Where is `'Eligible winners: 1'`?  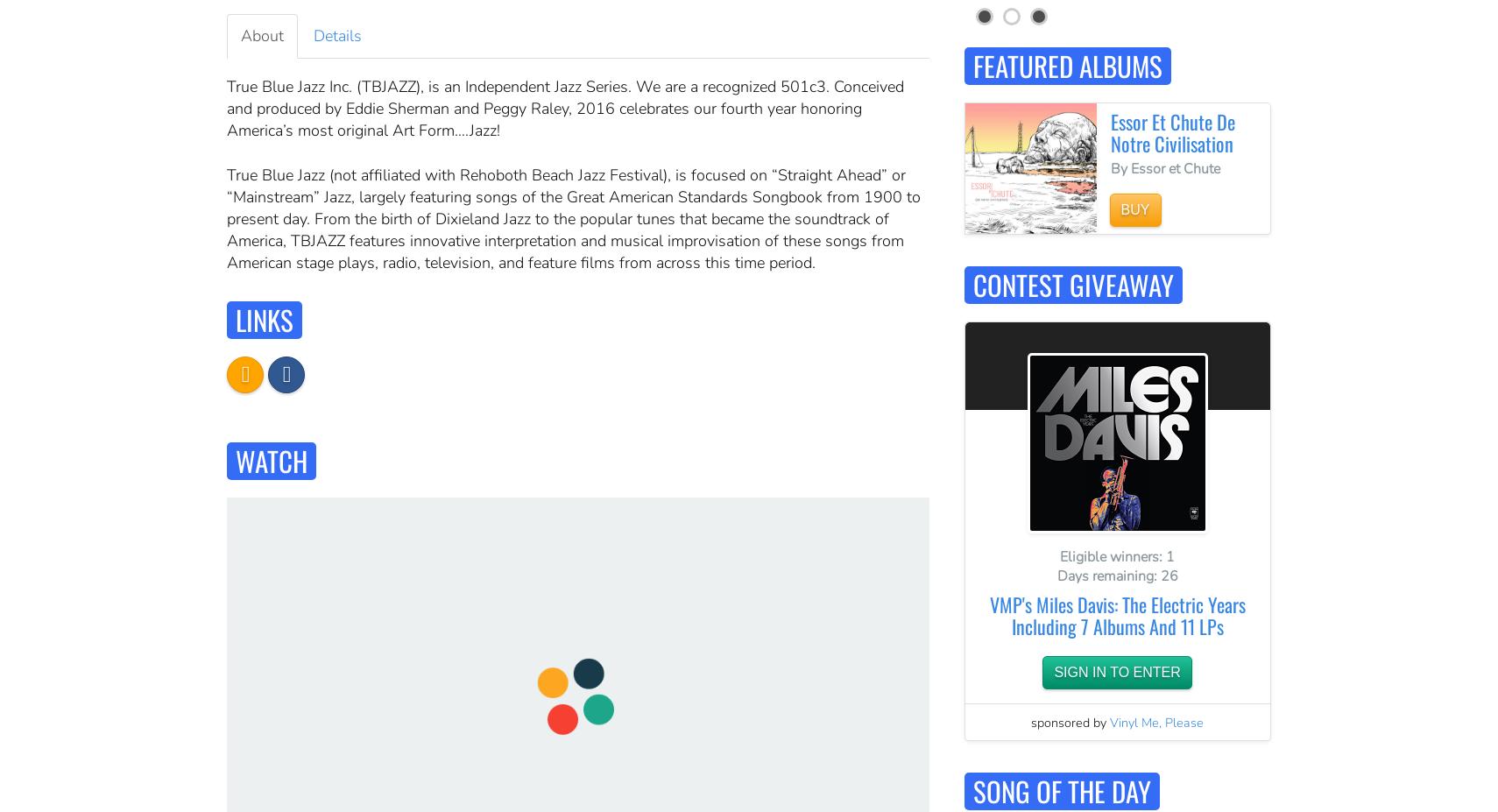
'Eligible winners: 1' is located at coordinates (1058, 554).